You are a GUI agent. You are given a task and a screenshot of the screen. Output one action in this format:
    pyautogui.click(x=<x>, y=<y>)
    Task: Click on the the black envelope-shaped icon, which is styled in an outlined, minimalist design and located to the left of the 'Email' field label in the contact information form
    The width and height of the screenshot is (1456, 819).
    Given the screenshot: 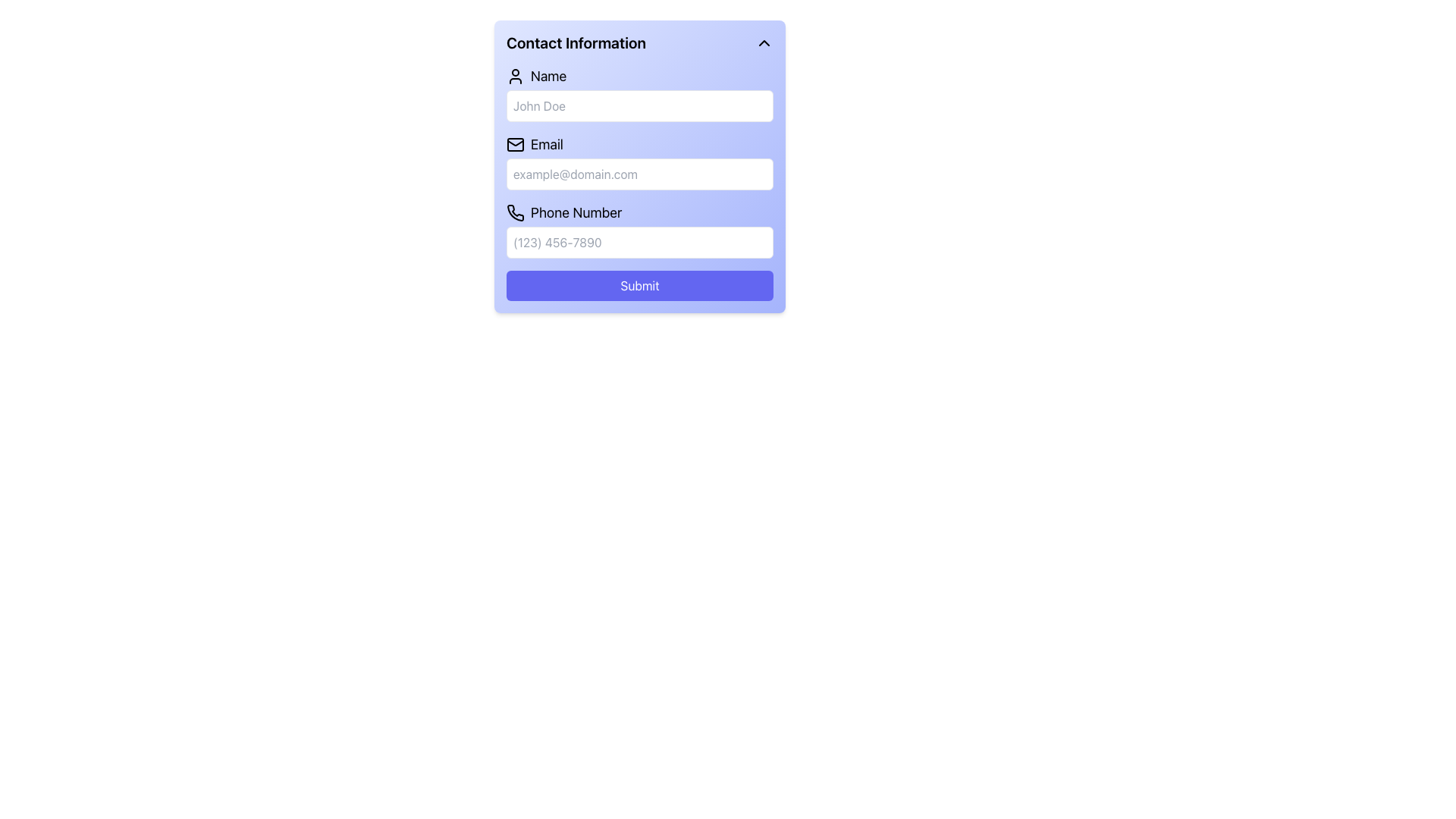 What is the action you would take?
    pyautogui.click(x=516, y=145)
    